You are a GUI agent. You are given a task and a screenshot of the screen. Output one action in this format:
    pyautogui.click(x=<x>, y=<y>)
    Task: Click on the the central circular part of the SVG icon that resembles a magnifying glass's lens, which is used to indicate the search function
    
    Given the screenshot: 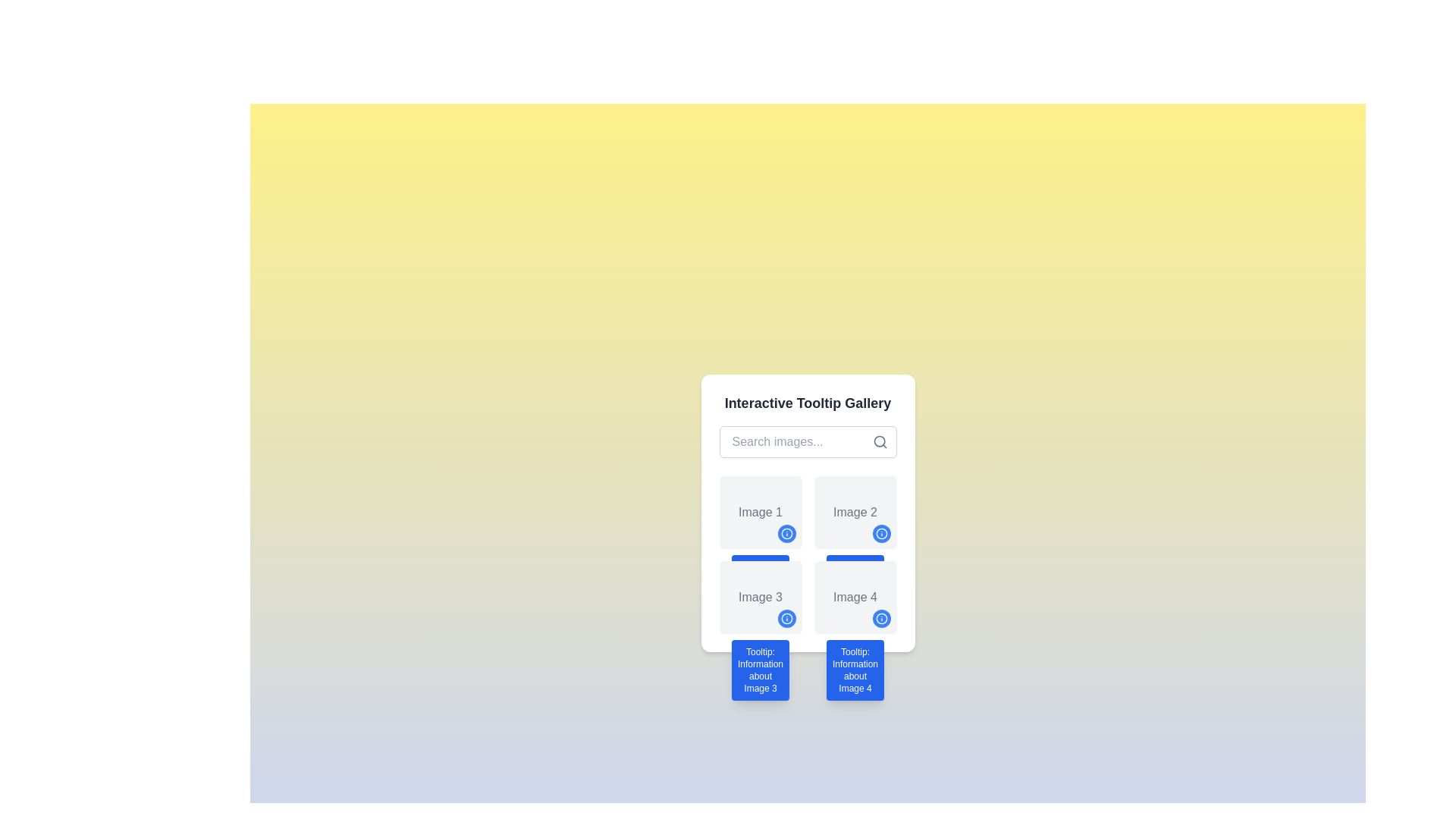 What is the action you would take?
    pyautogui.click(x=879, y=441)
    